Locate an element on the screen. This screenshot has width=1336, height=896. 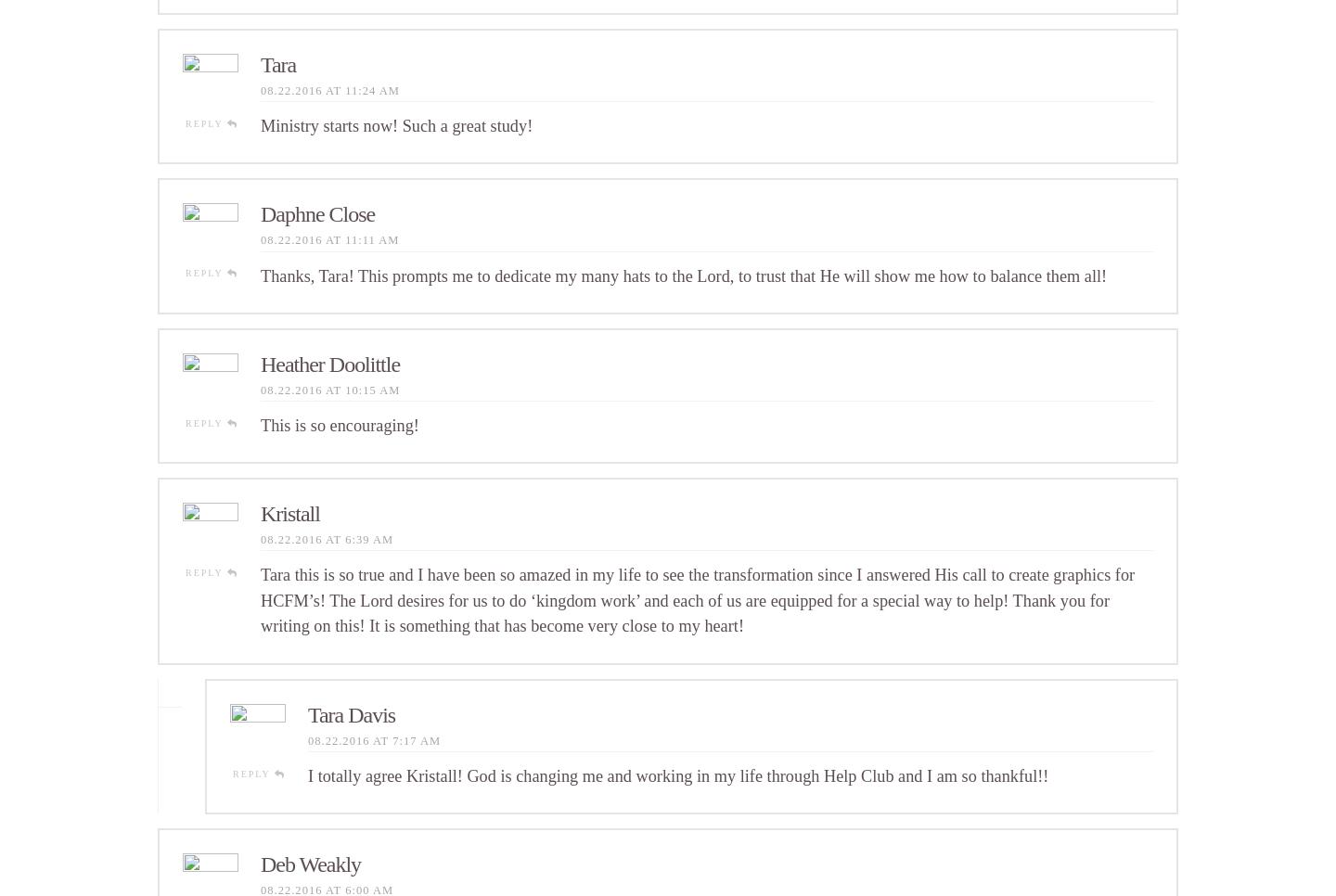
'08.22.2016 at 10:15 am' is located at coordinates (259, 389).